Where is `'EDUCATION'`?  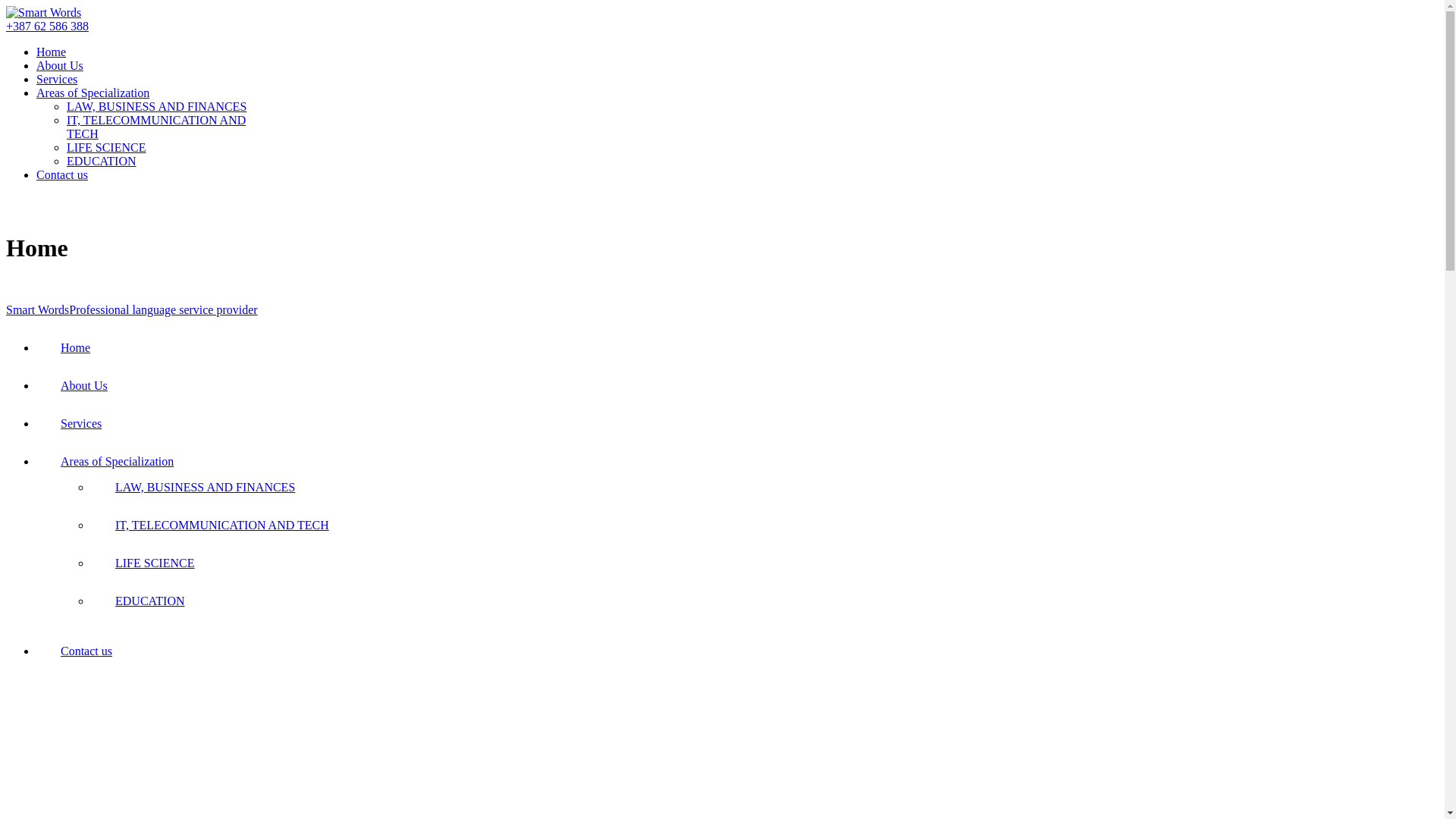
'EDUCATION' is located at coordinates (101, 161).